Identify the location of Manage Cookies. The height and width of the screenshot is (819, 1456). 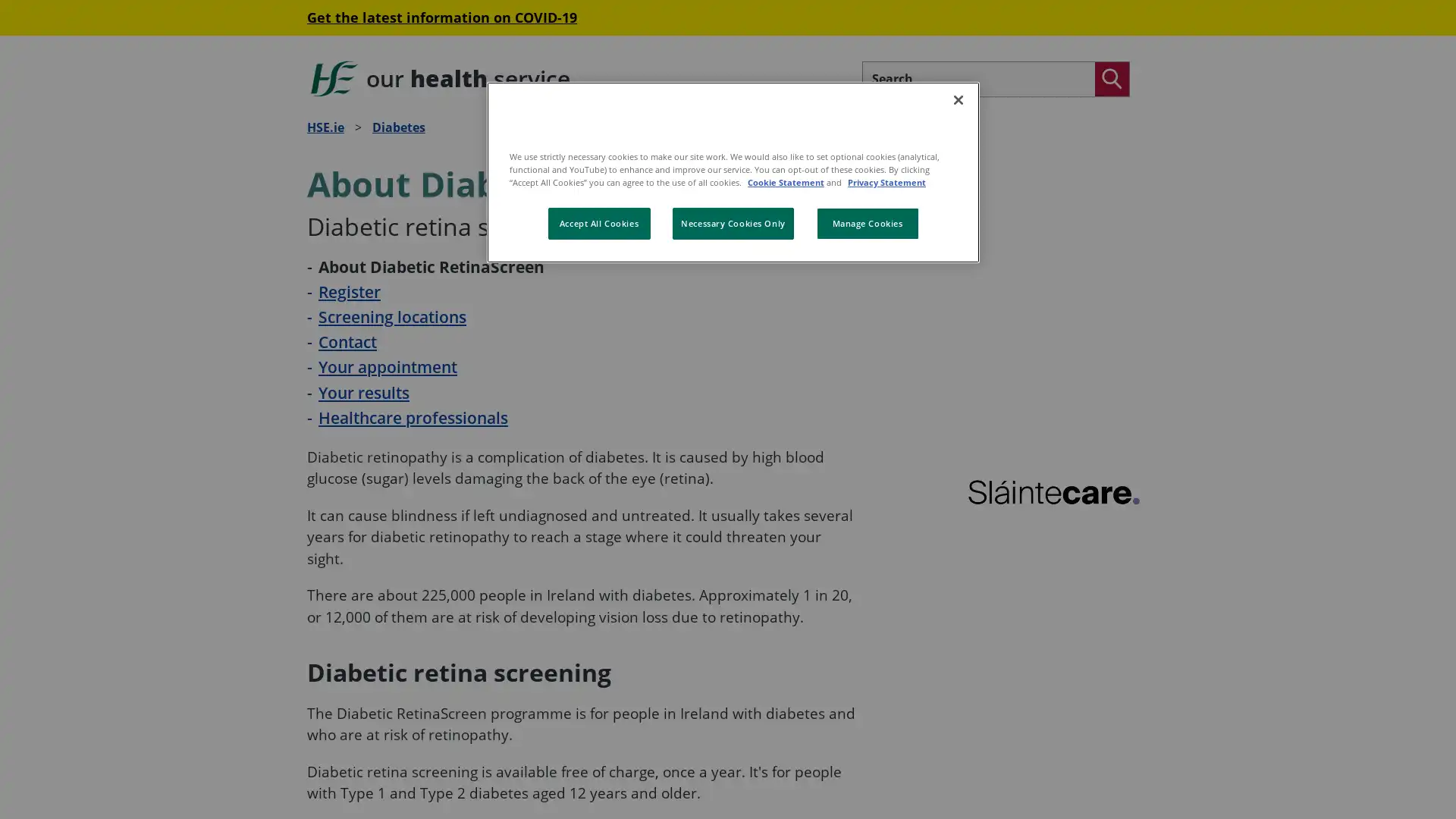
(867, 223).